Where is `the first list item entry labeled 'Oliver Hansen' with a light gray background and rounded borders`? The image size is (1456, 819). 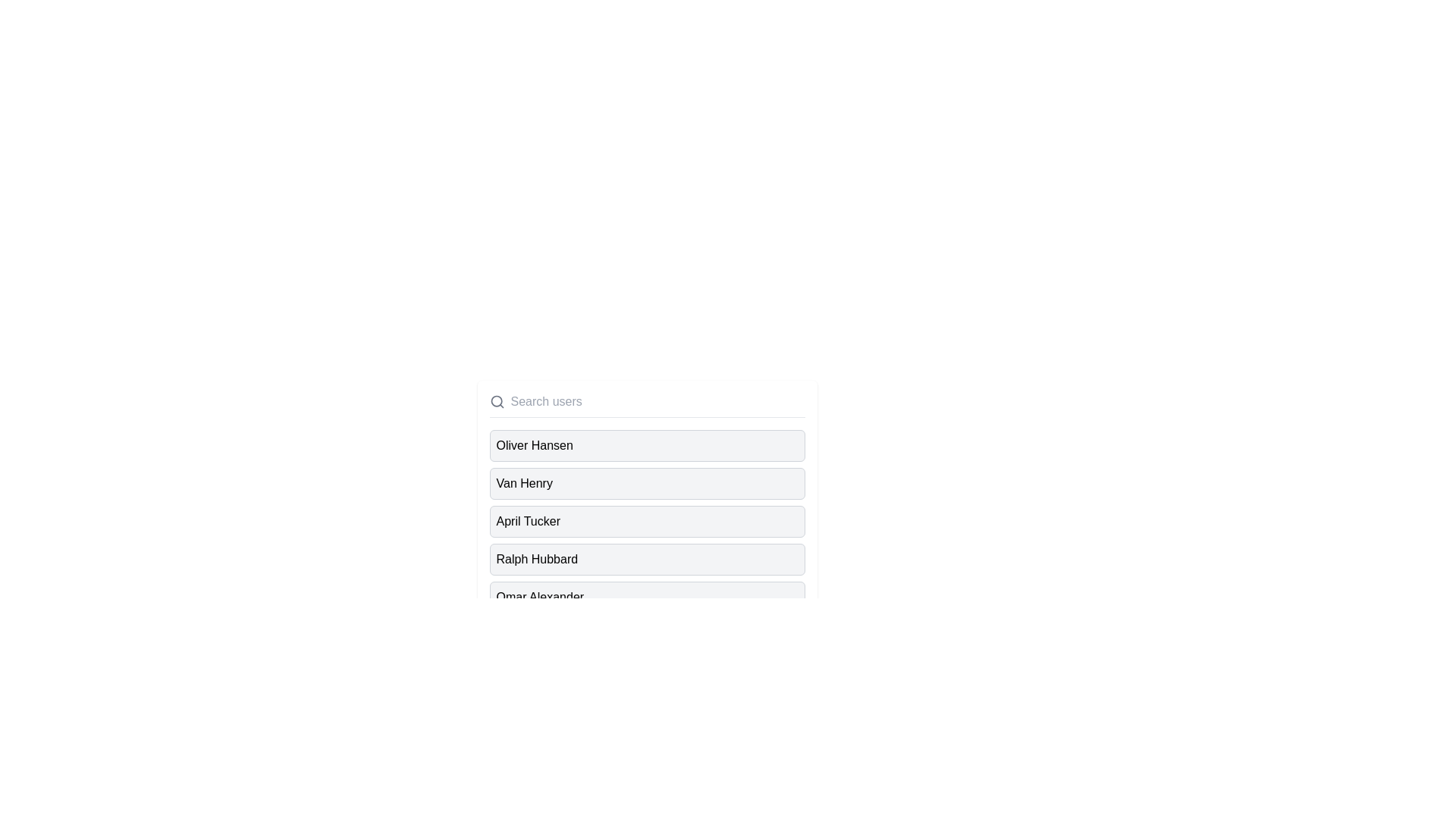 the first list item entry labeled 'Oliver Hansen' with a light gray background and rounded borders is located at coordinates (647, 444).